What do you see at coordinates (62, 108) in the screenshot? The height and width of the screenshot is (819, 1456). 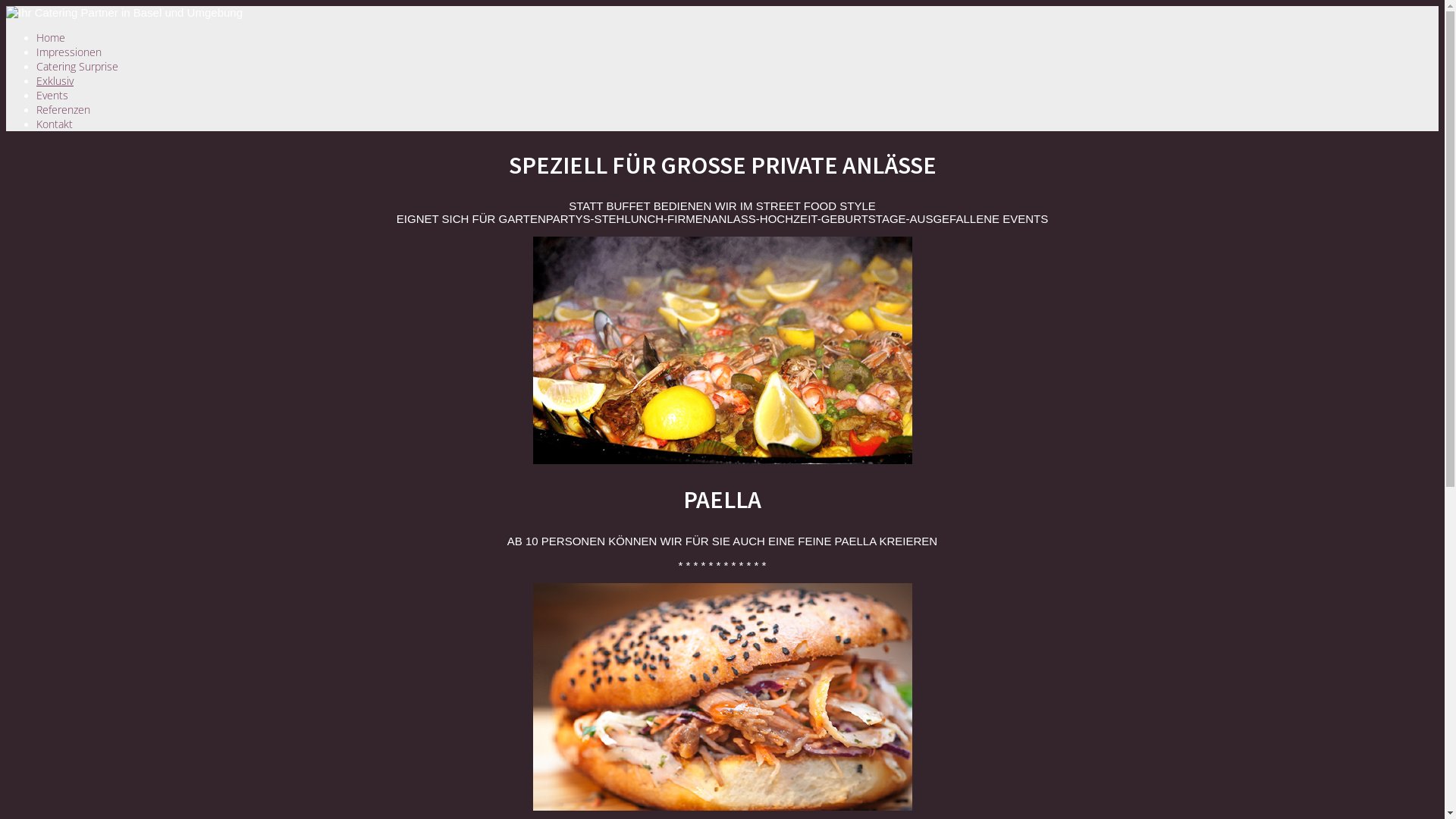 I see `'Referenzen'` at bounding box center [62, 108].